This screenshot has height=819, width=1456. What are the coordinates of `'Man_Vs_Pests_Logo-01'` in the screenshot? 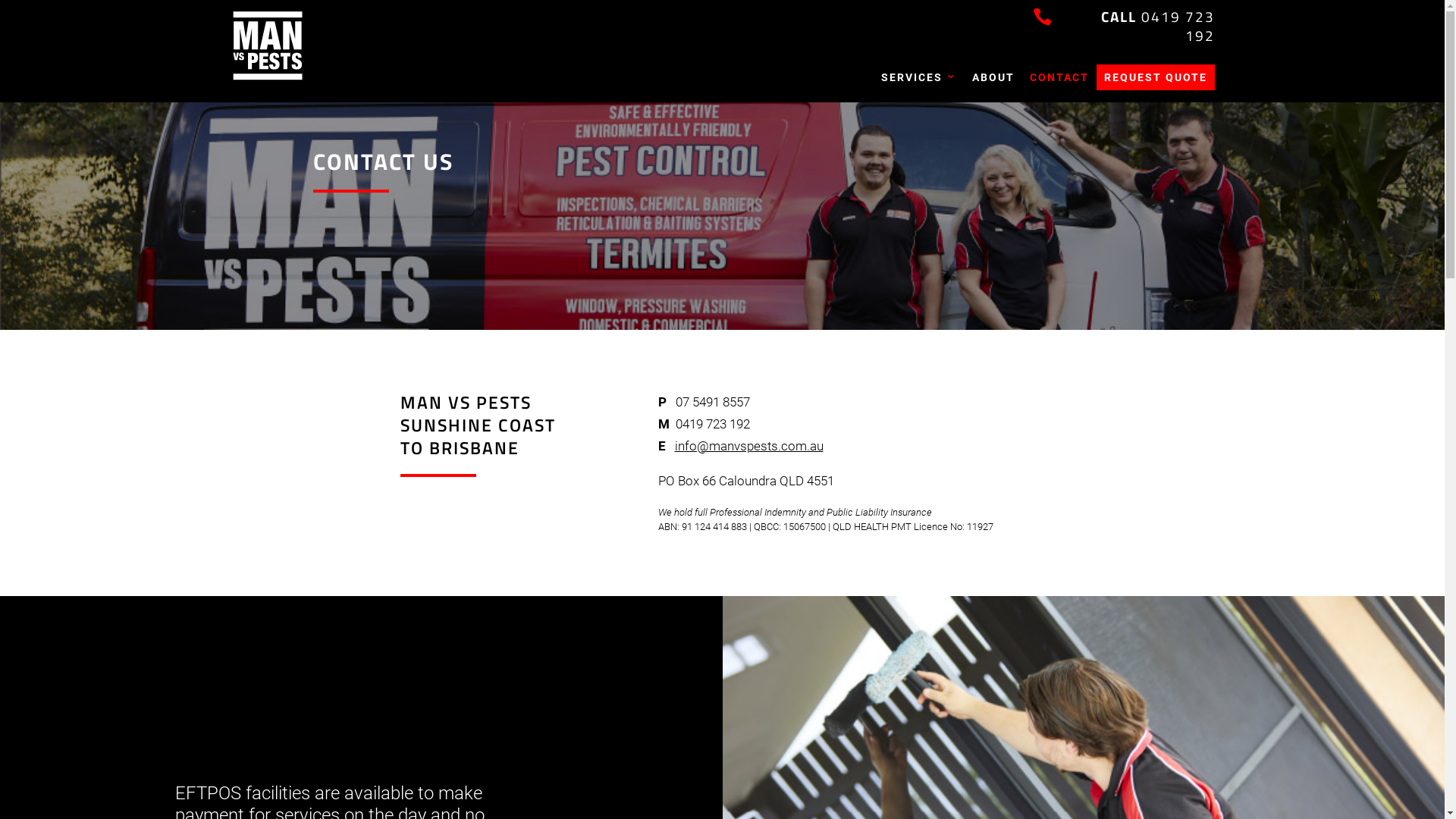 It's located at (266, 45).